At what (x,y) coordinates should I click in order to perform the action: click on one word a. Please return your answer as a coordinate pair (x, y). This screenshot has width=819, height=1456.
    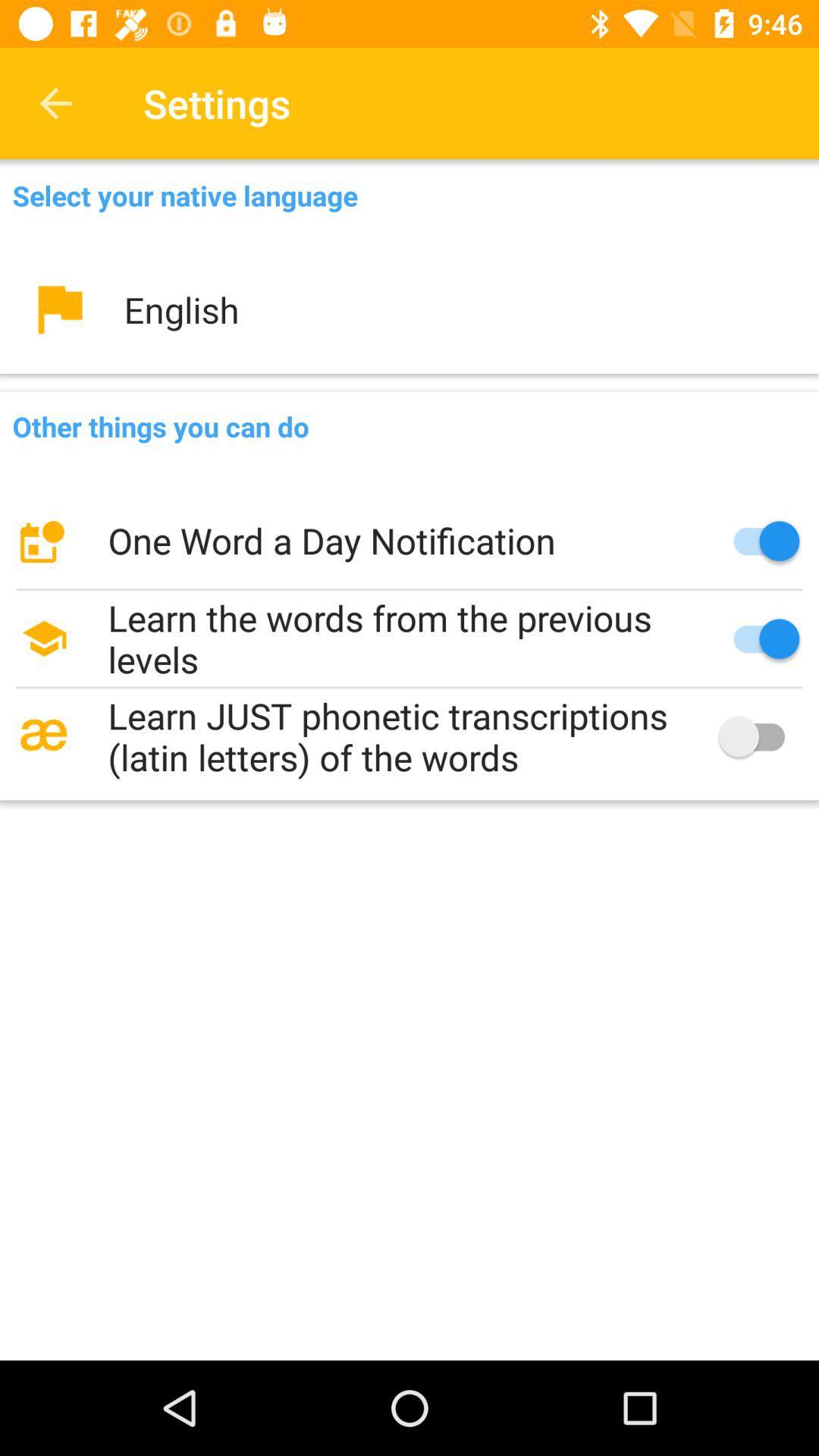
    Looking at the image, I should click on (409, 541).